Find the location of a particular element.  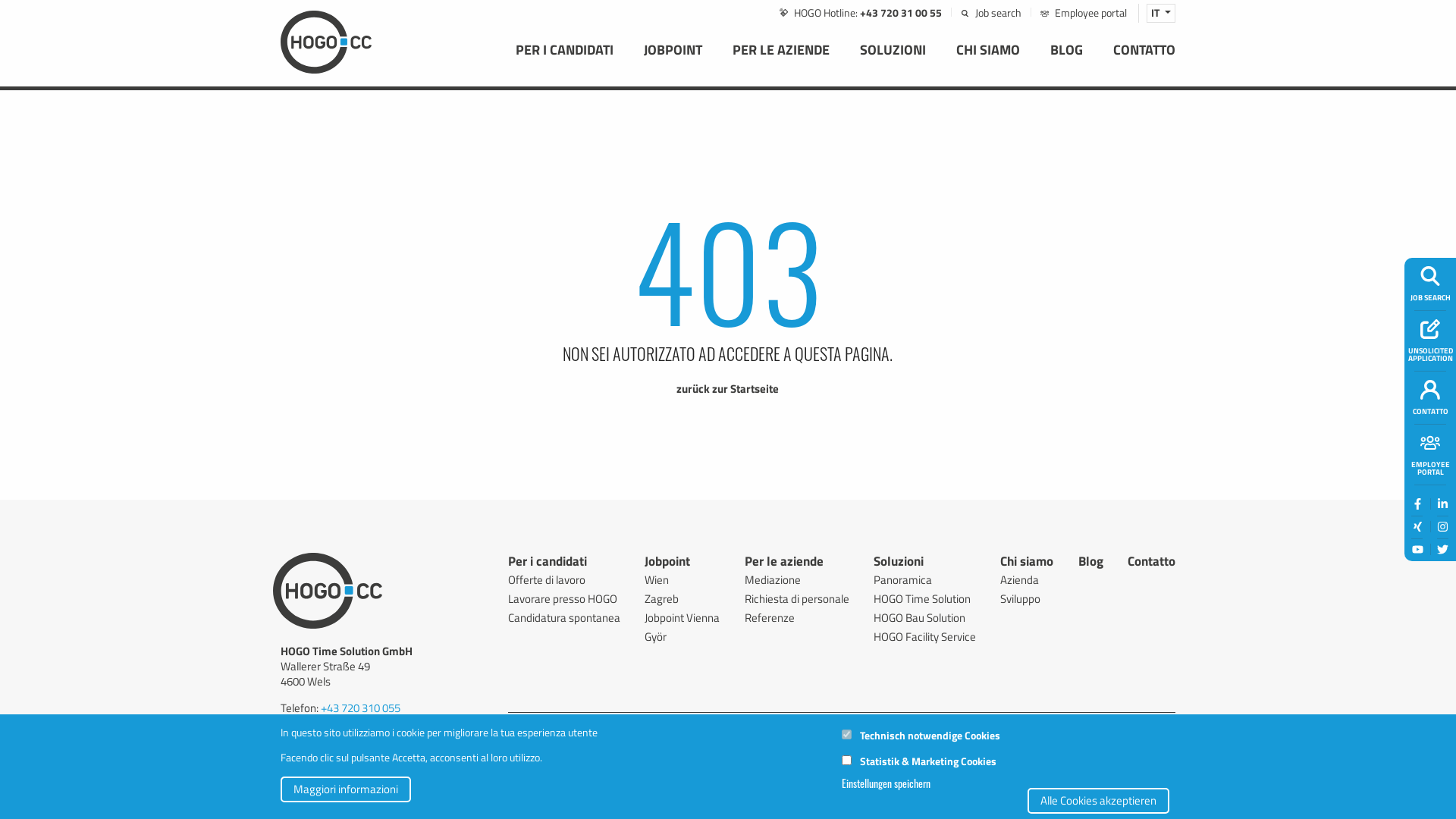

'Blog' is located at coordinates (1090, 563).